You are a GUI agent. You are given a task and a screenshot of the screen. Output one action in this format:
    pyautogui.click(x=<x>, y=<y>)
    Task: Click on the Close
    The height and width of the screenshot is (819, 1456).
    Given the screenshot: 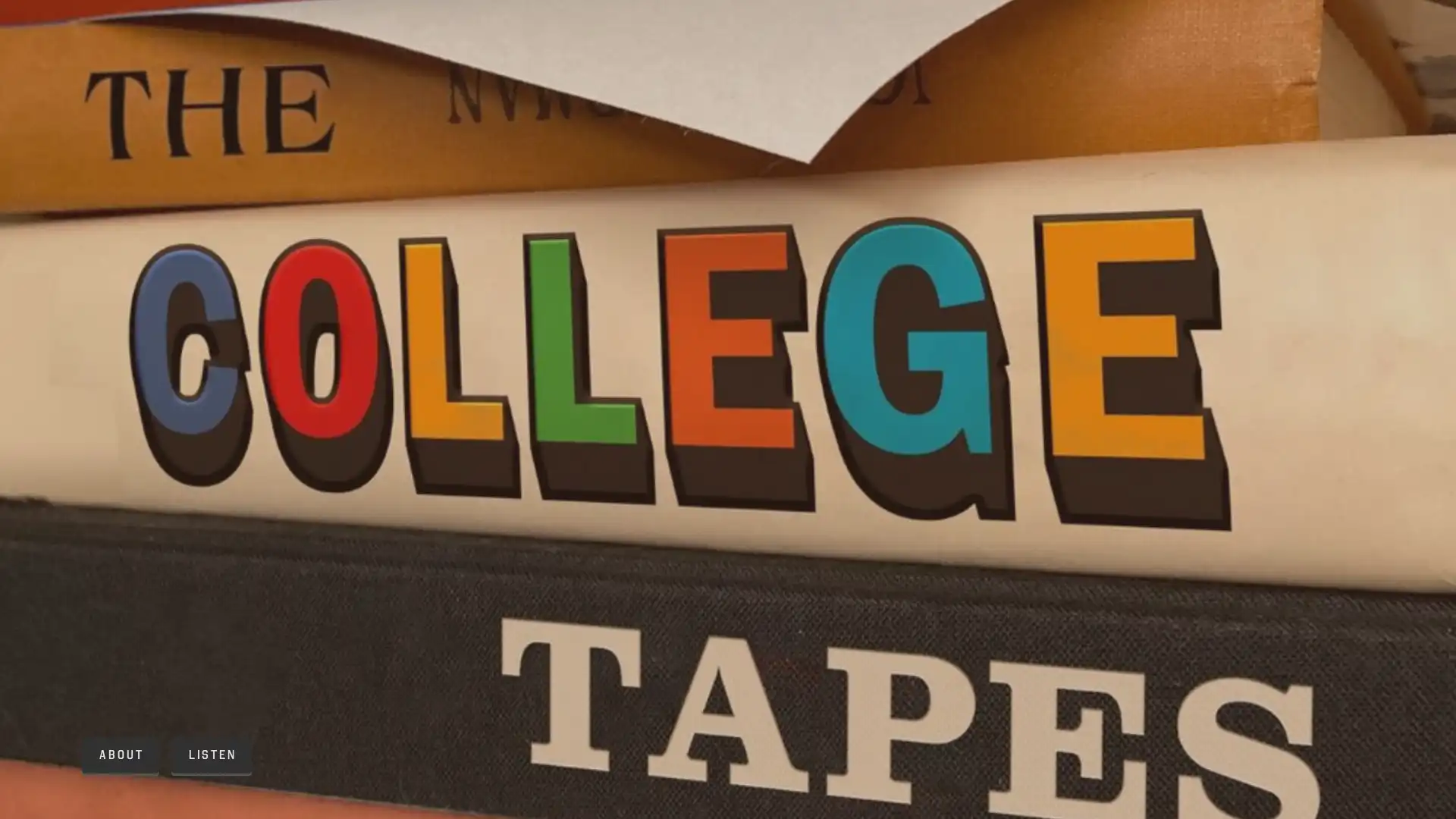 What is the action you would take?
    pyautogui.click(x=904, y=215)
    